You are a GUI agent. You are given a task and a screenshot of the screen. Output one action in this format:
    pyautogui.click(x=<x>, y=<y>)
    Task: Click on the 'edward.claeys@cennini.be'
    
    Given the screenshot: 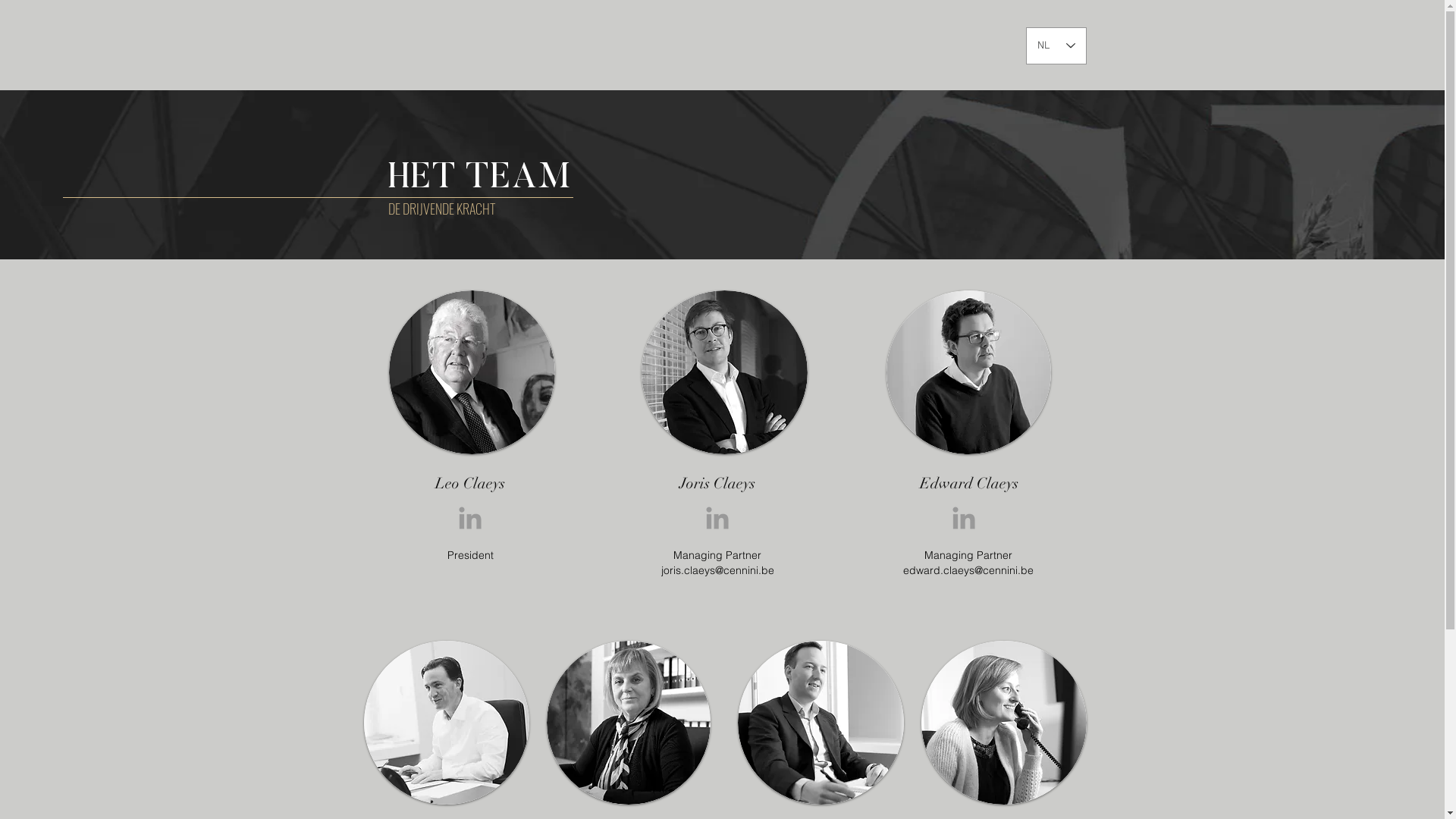 What is the action you would take?
    pyautogui.click(x=902, y=570)
    